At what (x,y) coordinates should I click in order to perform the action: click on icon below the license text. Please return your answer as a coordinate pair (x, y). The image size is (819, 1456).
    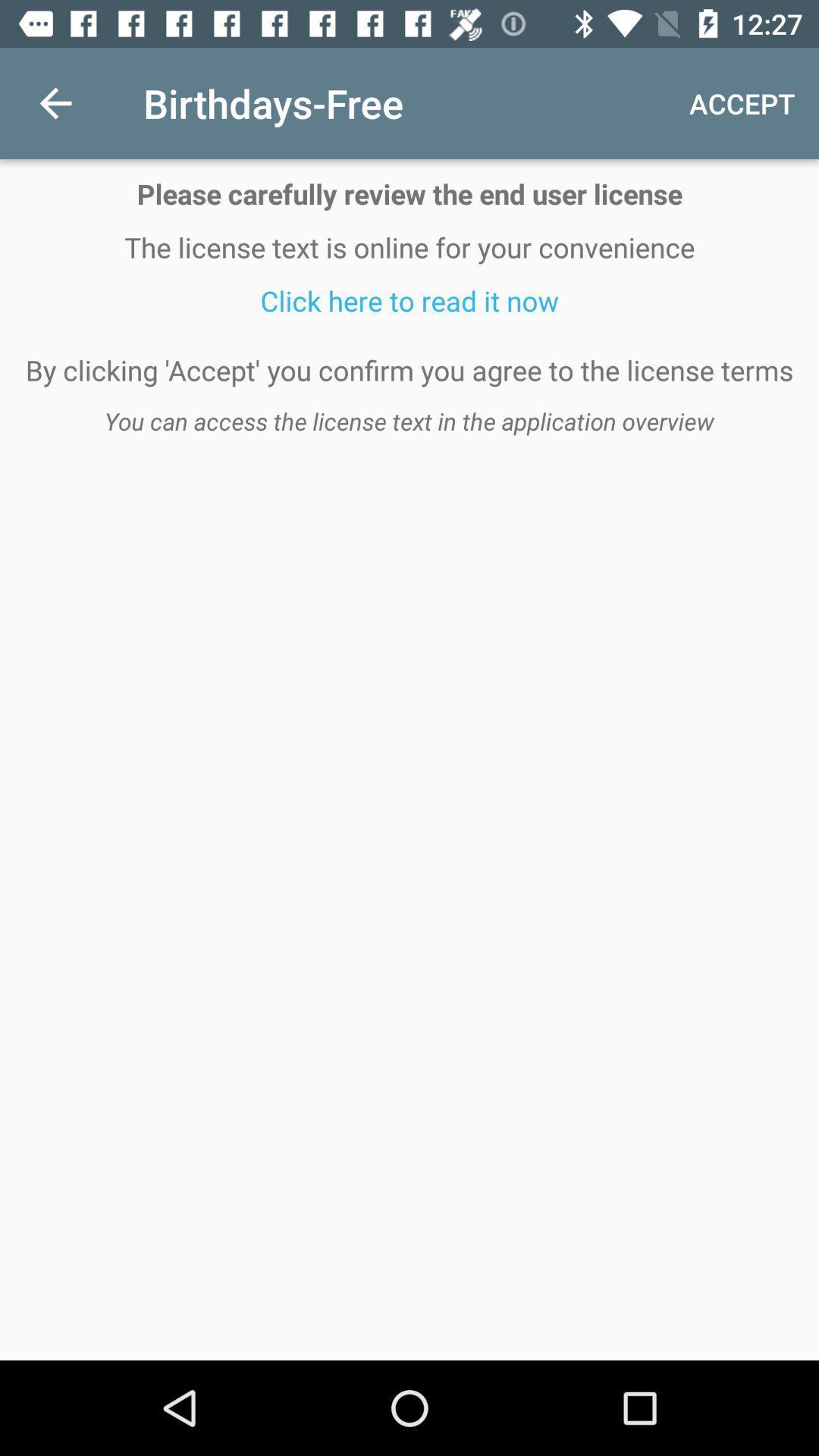
    Looking at the image, I should click on (409, 300).